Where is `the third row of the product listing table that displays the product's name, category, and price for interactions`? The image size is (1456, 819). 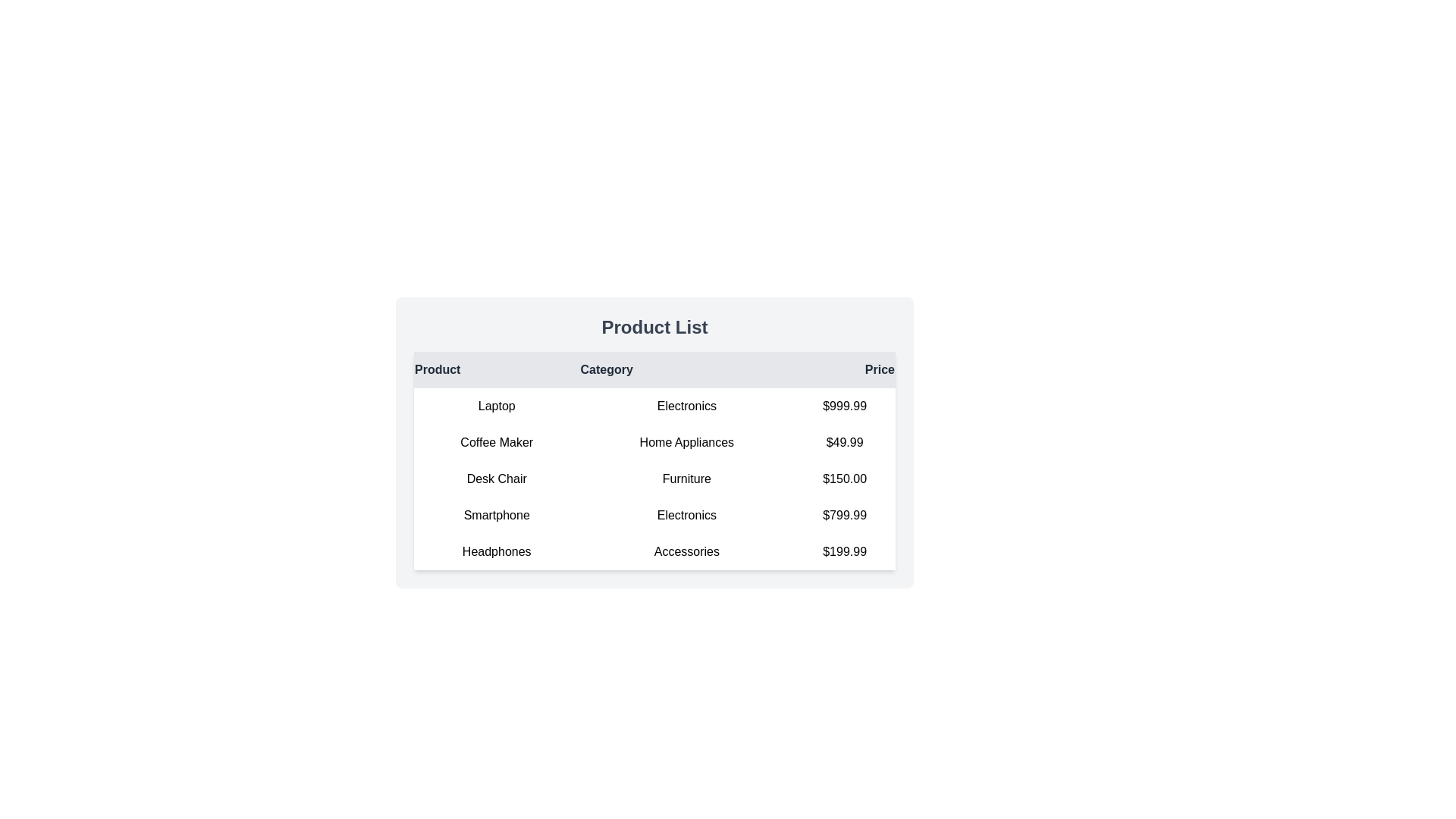
the third row of the product listing table that displays the product's name, category, and price for interactions is located at coordinates (654, 479).